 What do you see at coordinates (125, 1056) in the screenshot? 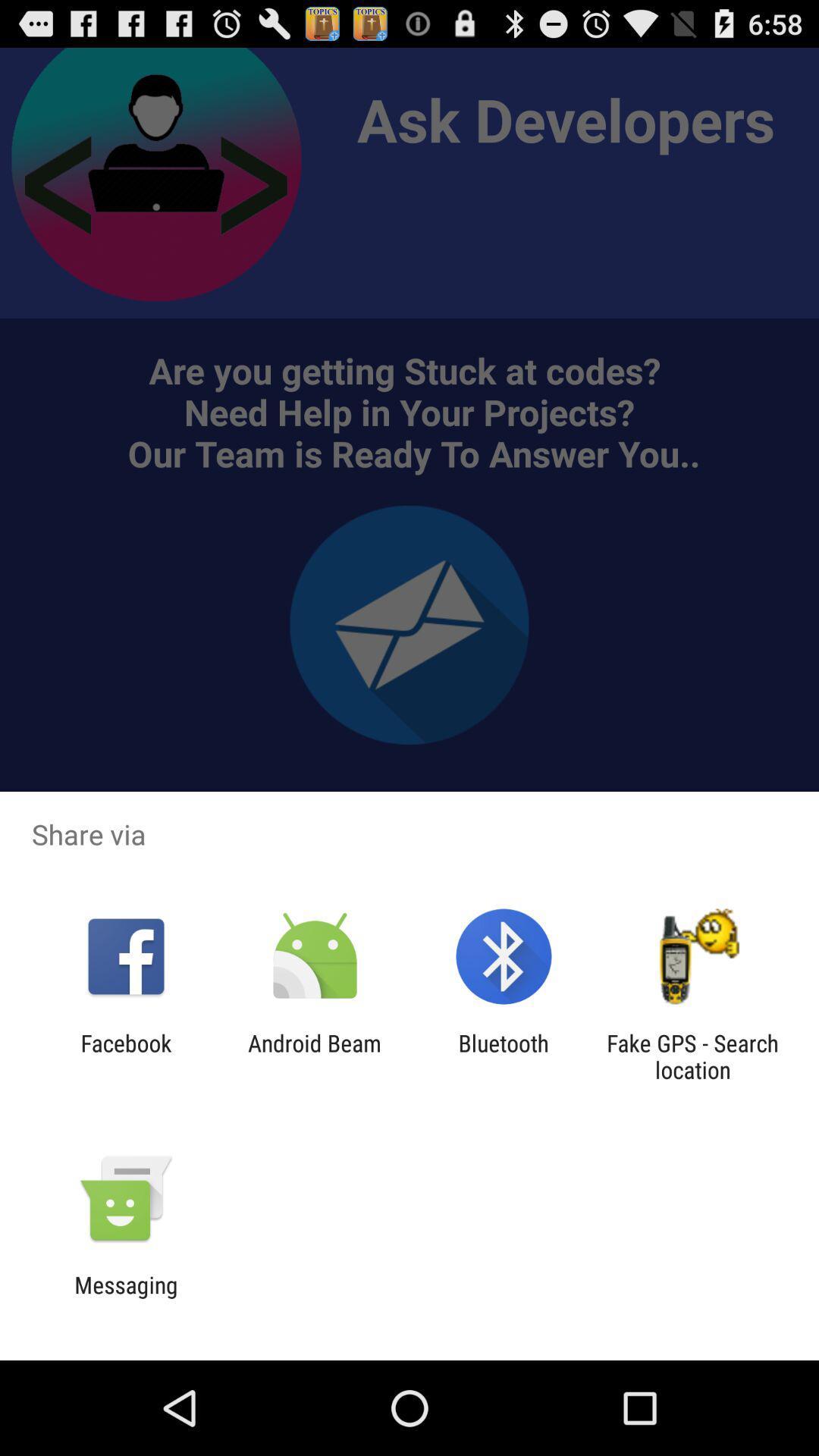
I see `the facebook icon` at bounding box center [125, 1056].